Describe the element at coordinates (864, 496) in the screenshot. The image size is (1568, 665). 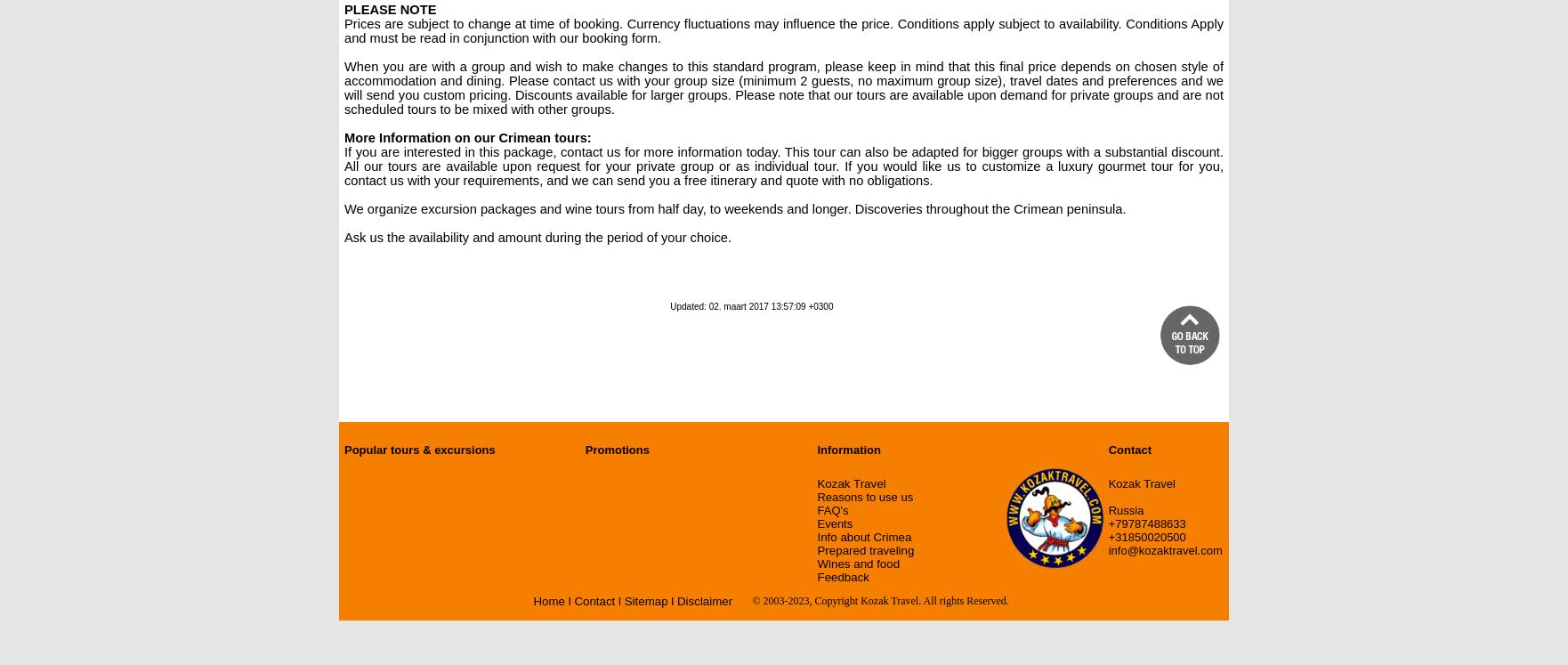
I see `'Reasons to use us'` at that location.